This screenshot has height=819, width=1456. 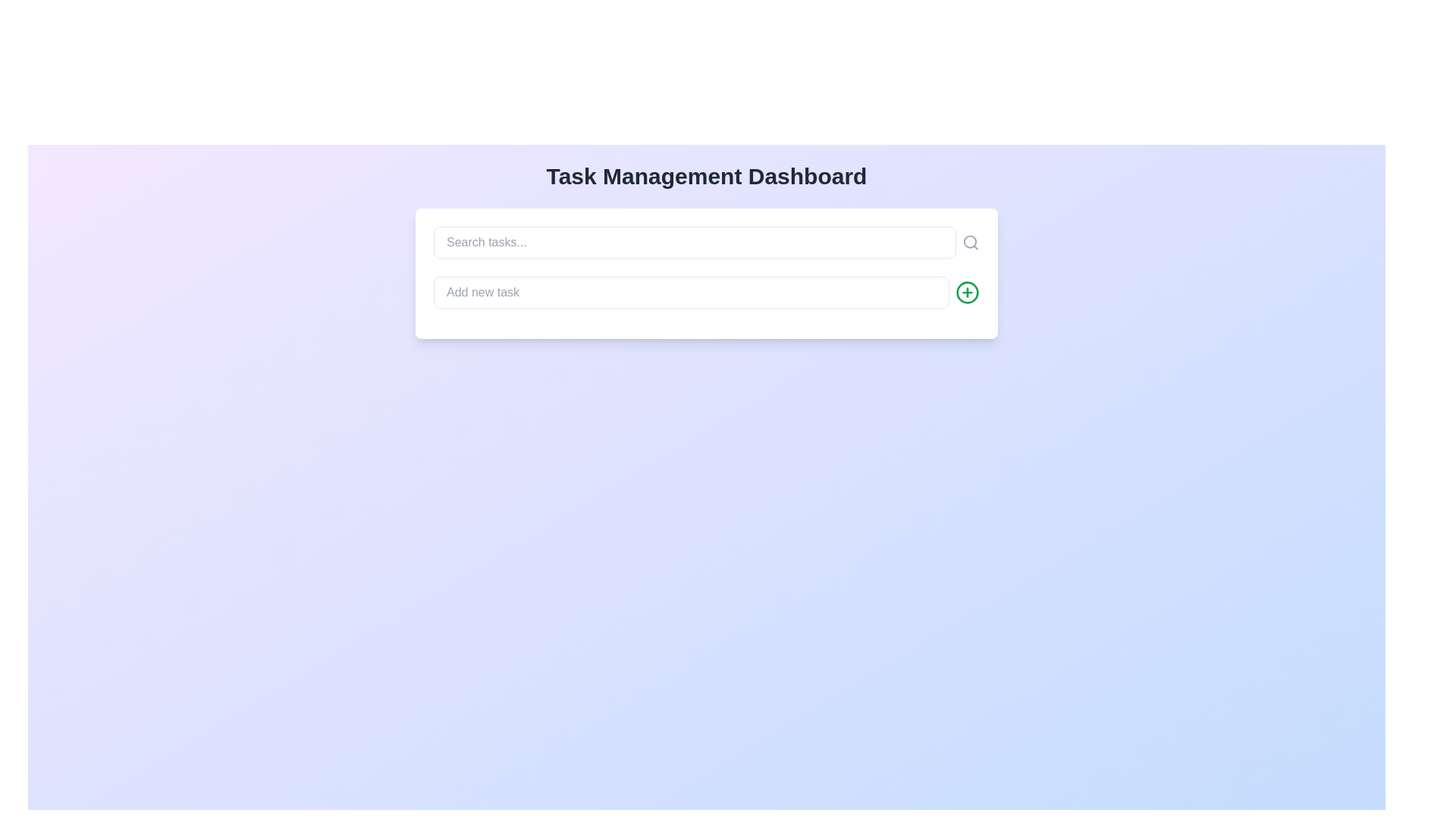 I want to click on the circular graphic representing the 'plus' icon at the right end of the second input box, so click(x=967, y=292).